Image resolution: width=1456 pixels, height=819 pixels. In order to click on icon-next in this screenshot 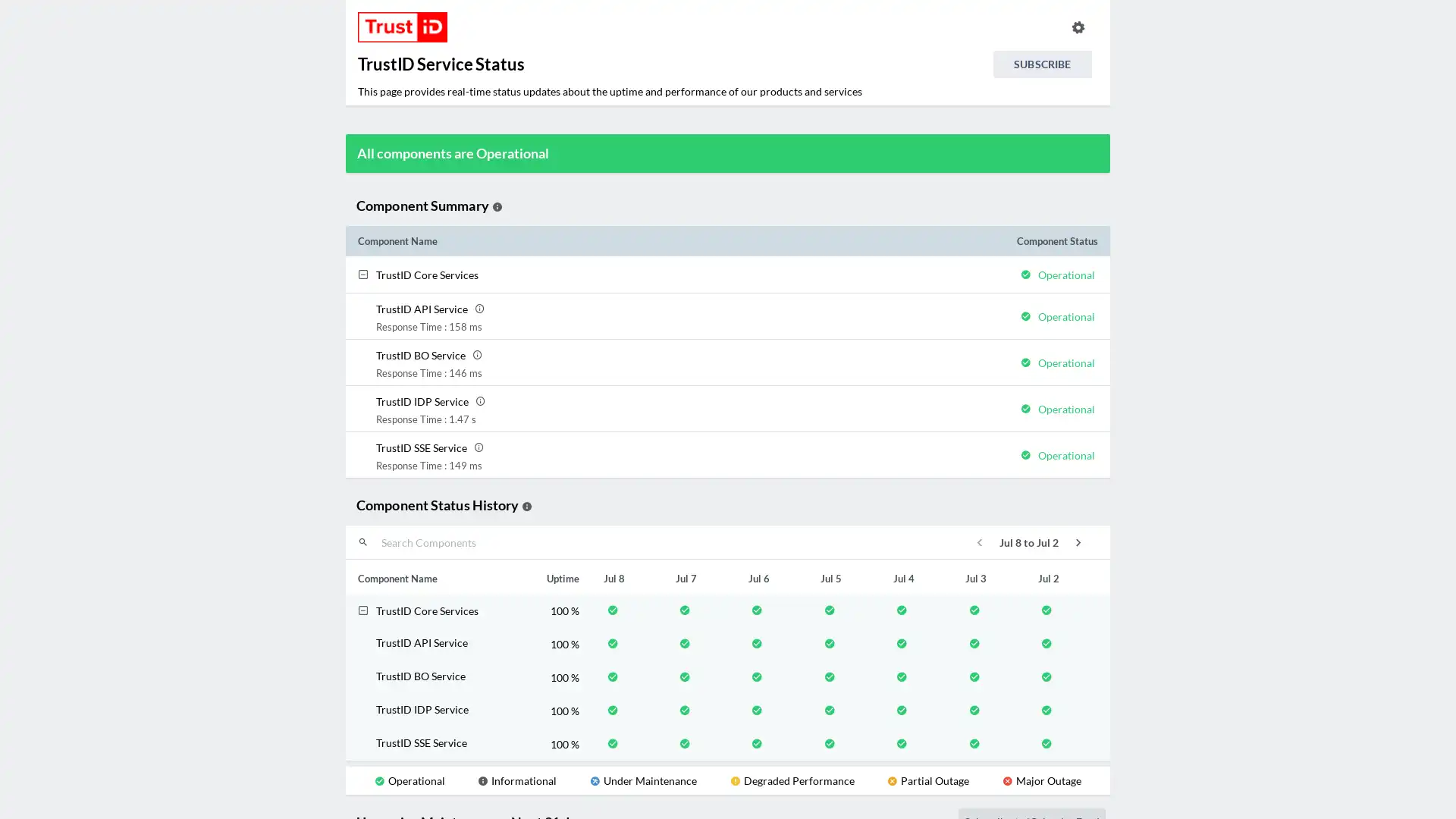, I will do `click(1077, 541)`.